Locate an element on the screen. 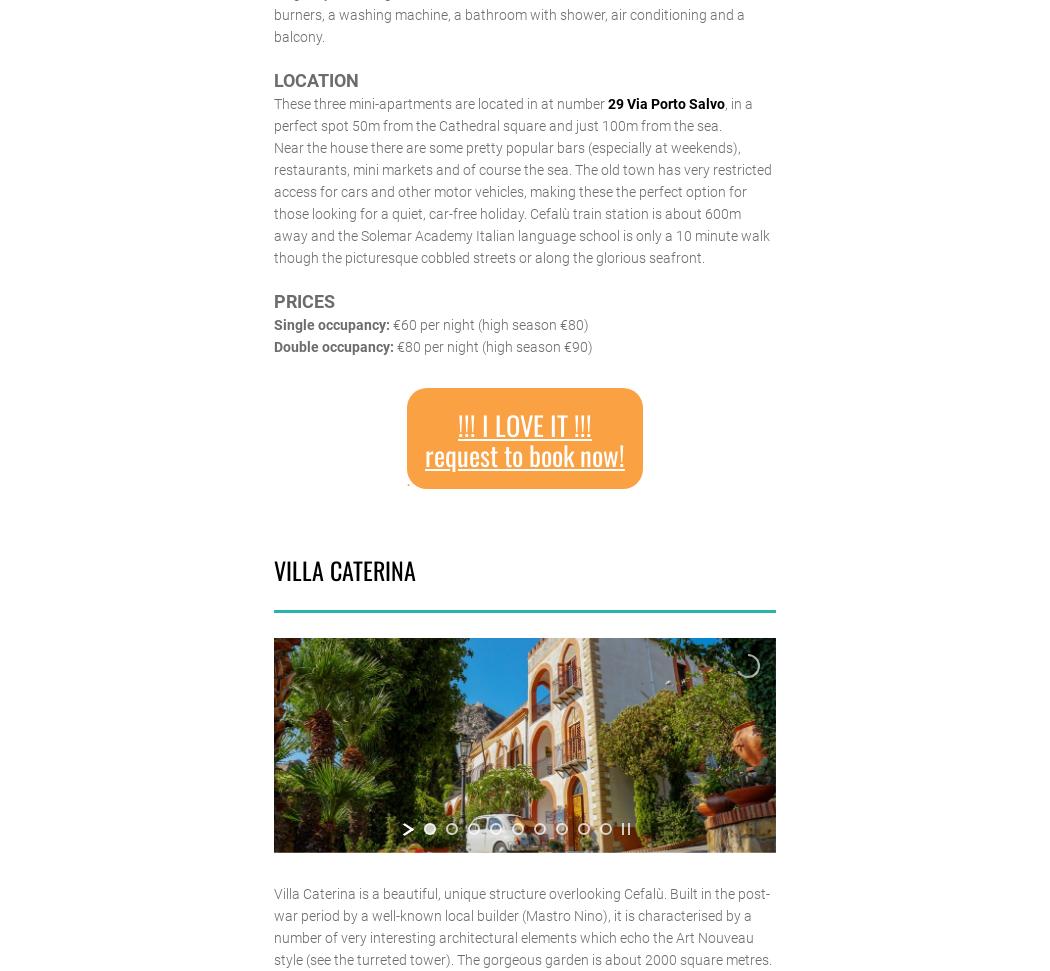  '€60 per night (high season €80)' is located at coordinates (488, 324).